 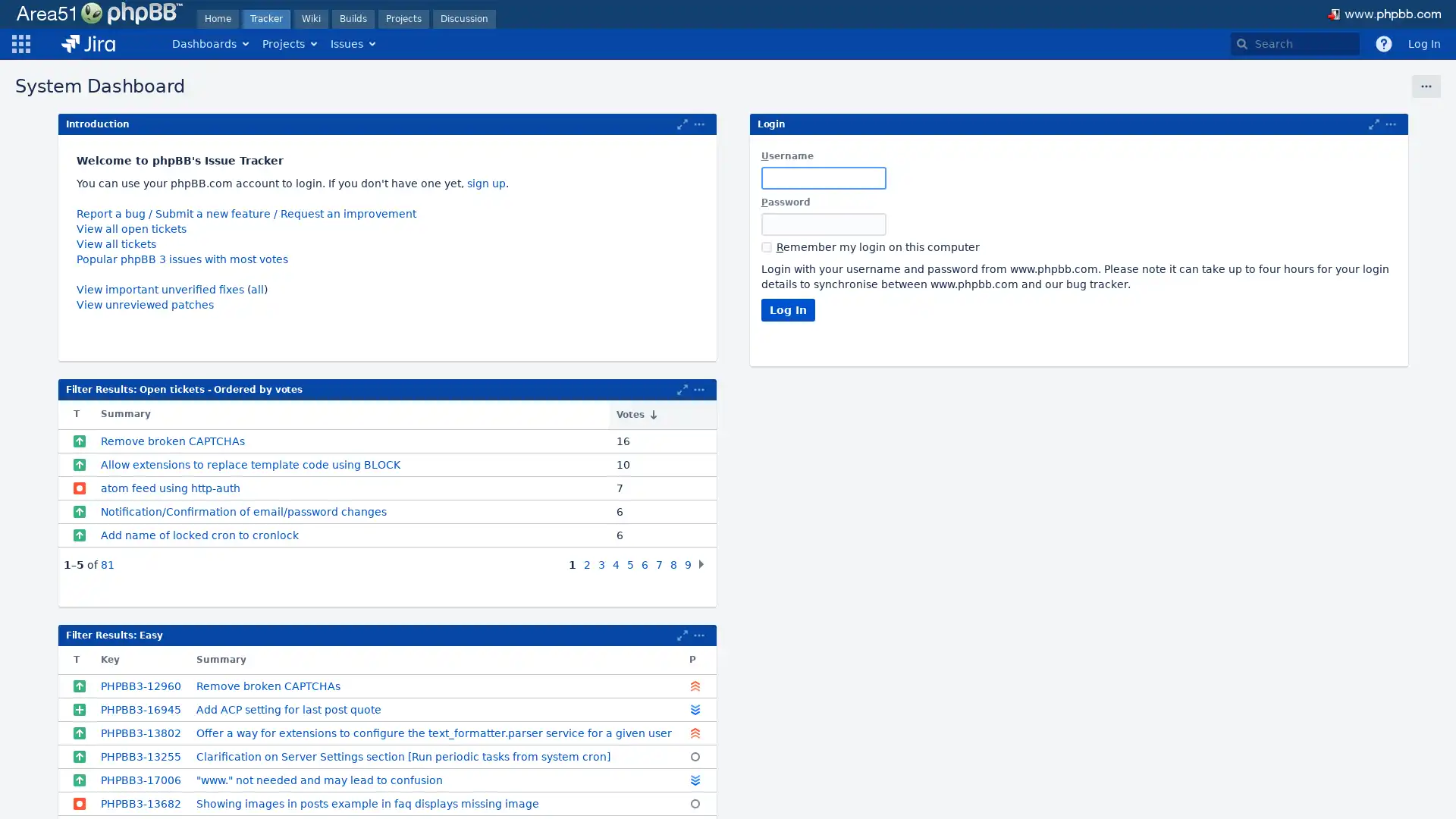 What do you see at coordinates (698, 124) in the screenshot?
I see `Expand` at bounding box center [698, 124].